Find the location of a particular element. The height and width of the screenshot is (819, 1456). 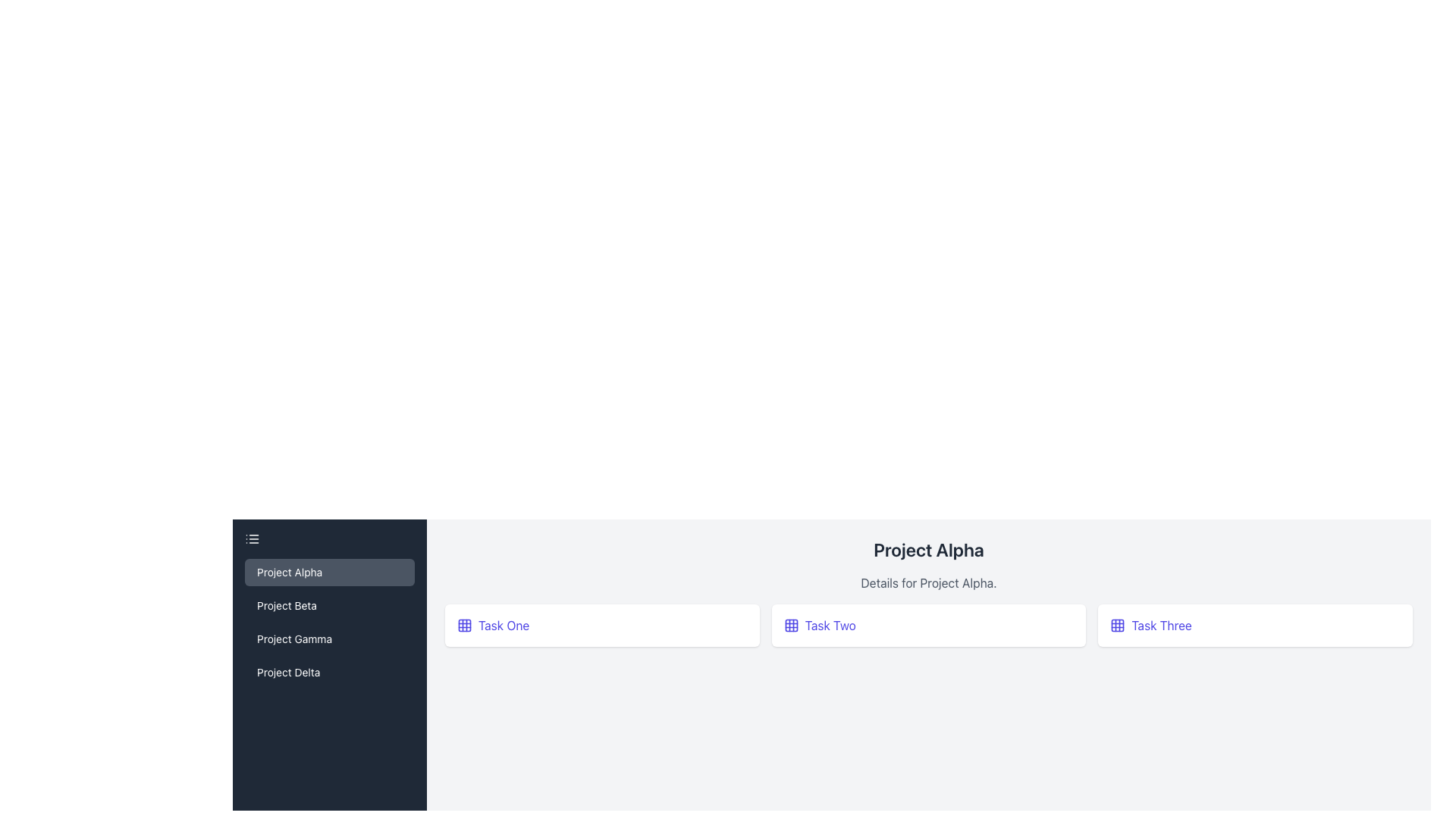

the navigation link for 'Project Alpha' located in the left sidebar menu, positioned above 'Project Beta', 'Project Gamma', and 'Project Delta' is located at coordinates (329, 573).